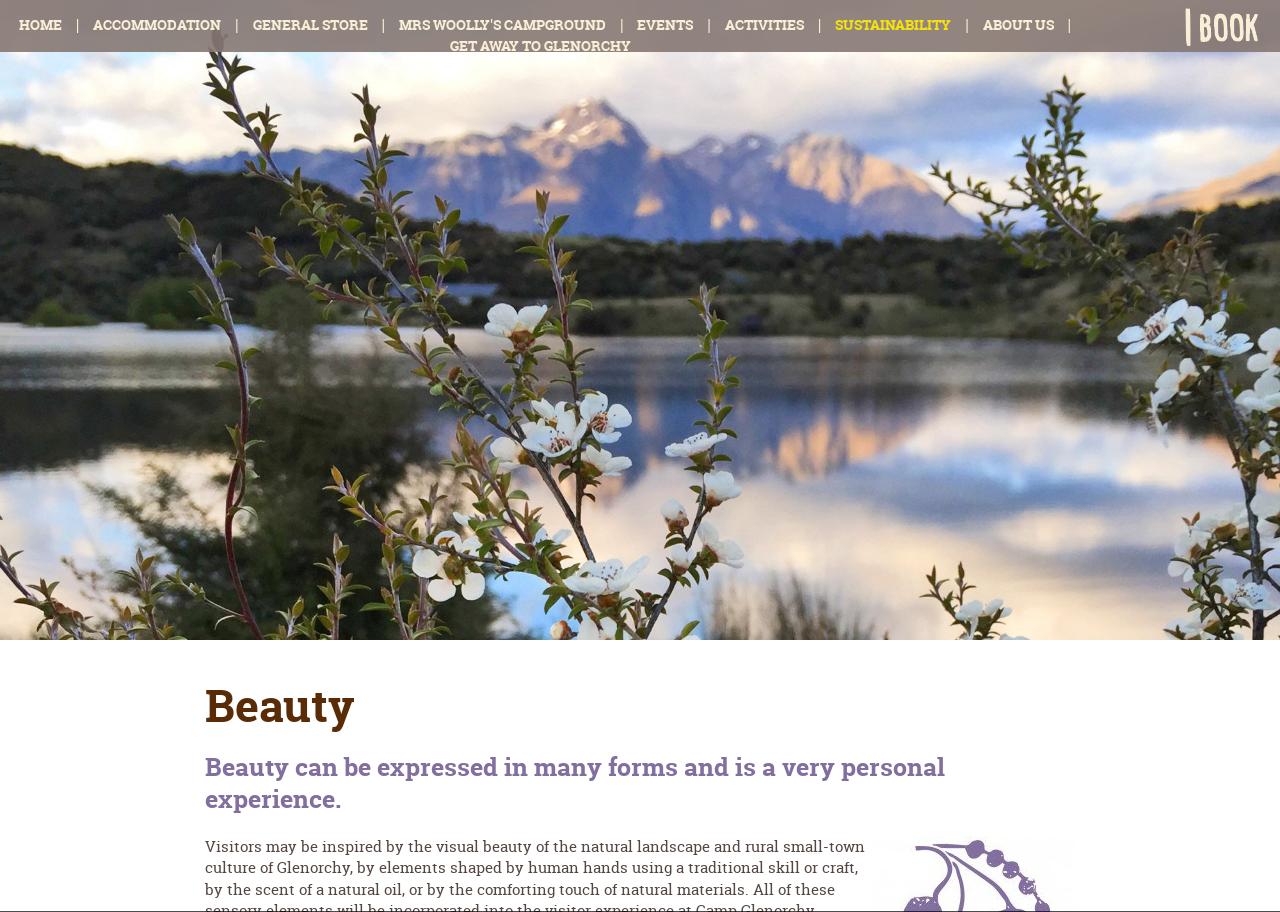 The height and width of the screenshot is (912, 1280). I want to click on 'Events', so click(664, 24).